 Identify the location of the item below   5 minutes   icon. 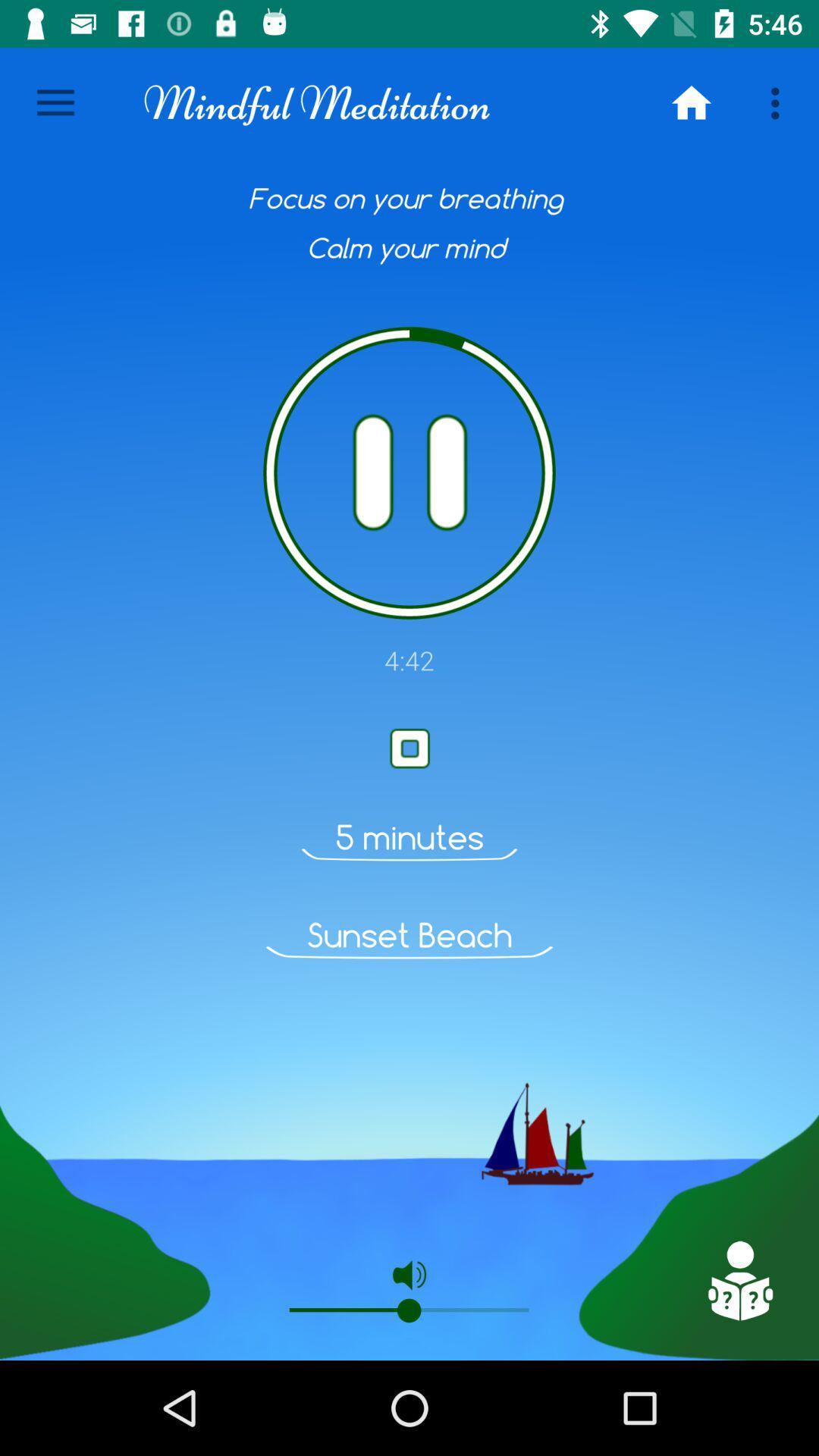
(409, 934).